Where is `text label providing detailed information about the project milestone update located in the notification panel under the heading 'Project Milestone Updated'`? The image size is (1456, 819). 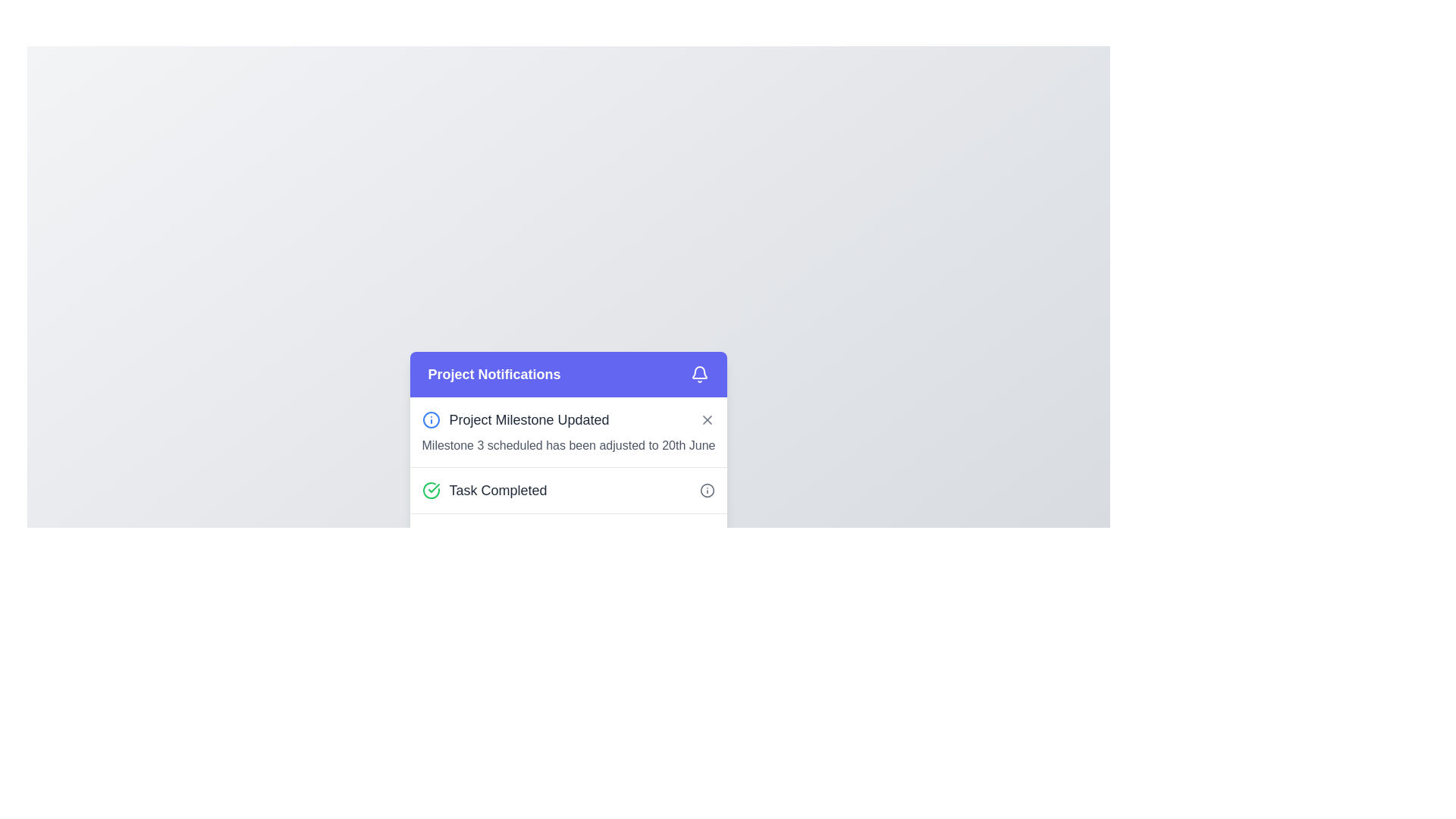
text label providing detailed information about the project milestone update located in the notification panel under the heading 'Project Milestone Updated' is located at coordinates (567, 444).